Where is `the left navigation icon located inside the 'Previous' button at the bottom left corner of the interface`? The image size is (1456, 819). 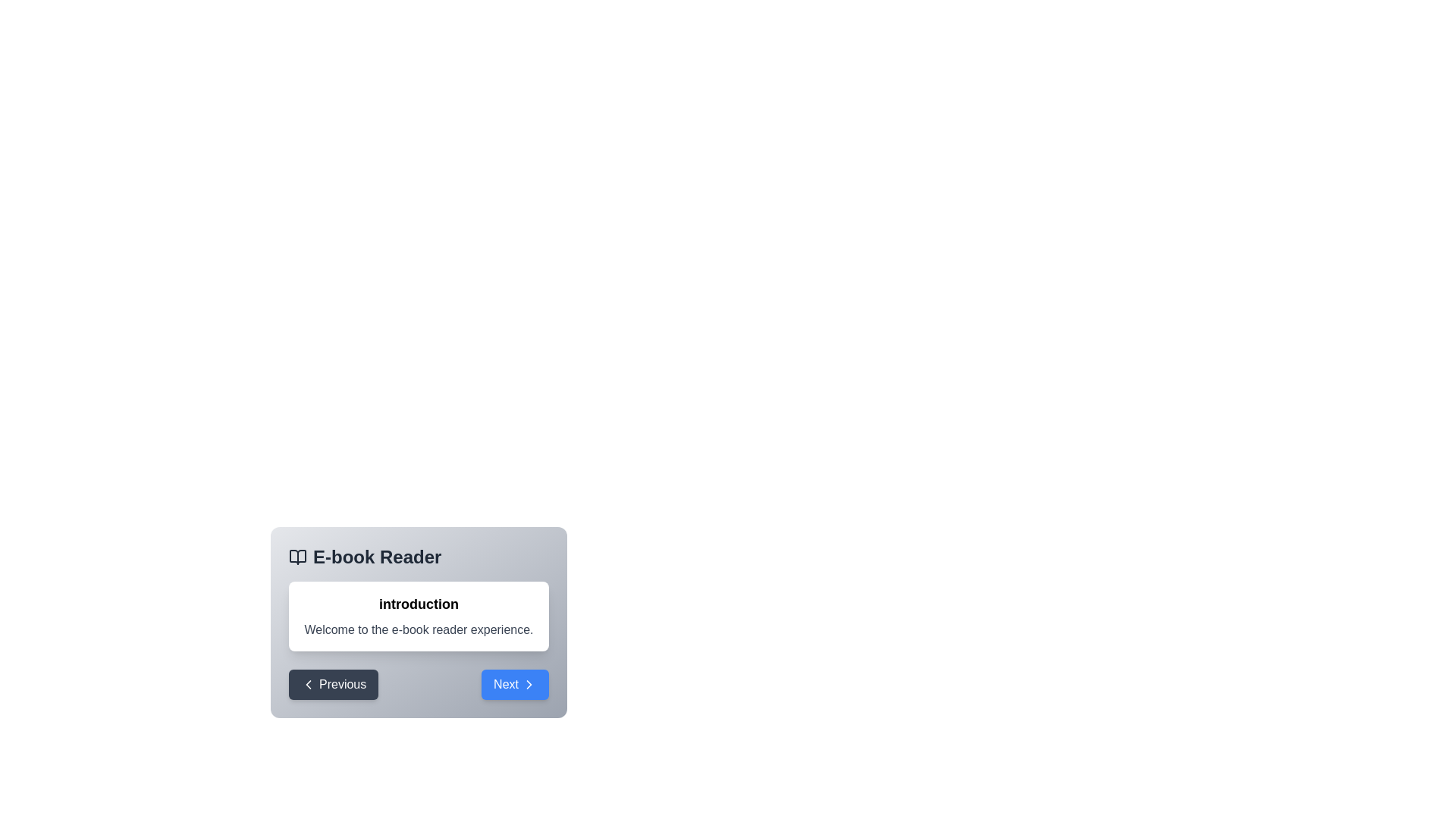 the left navigation icon located inside the 'Previous' button at the bottom left corner of the interface is located at coordinates (308, 684).